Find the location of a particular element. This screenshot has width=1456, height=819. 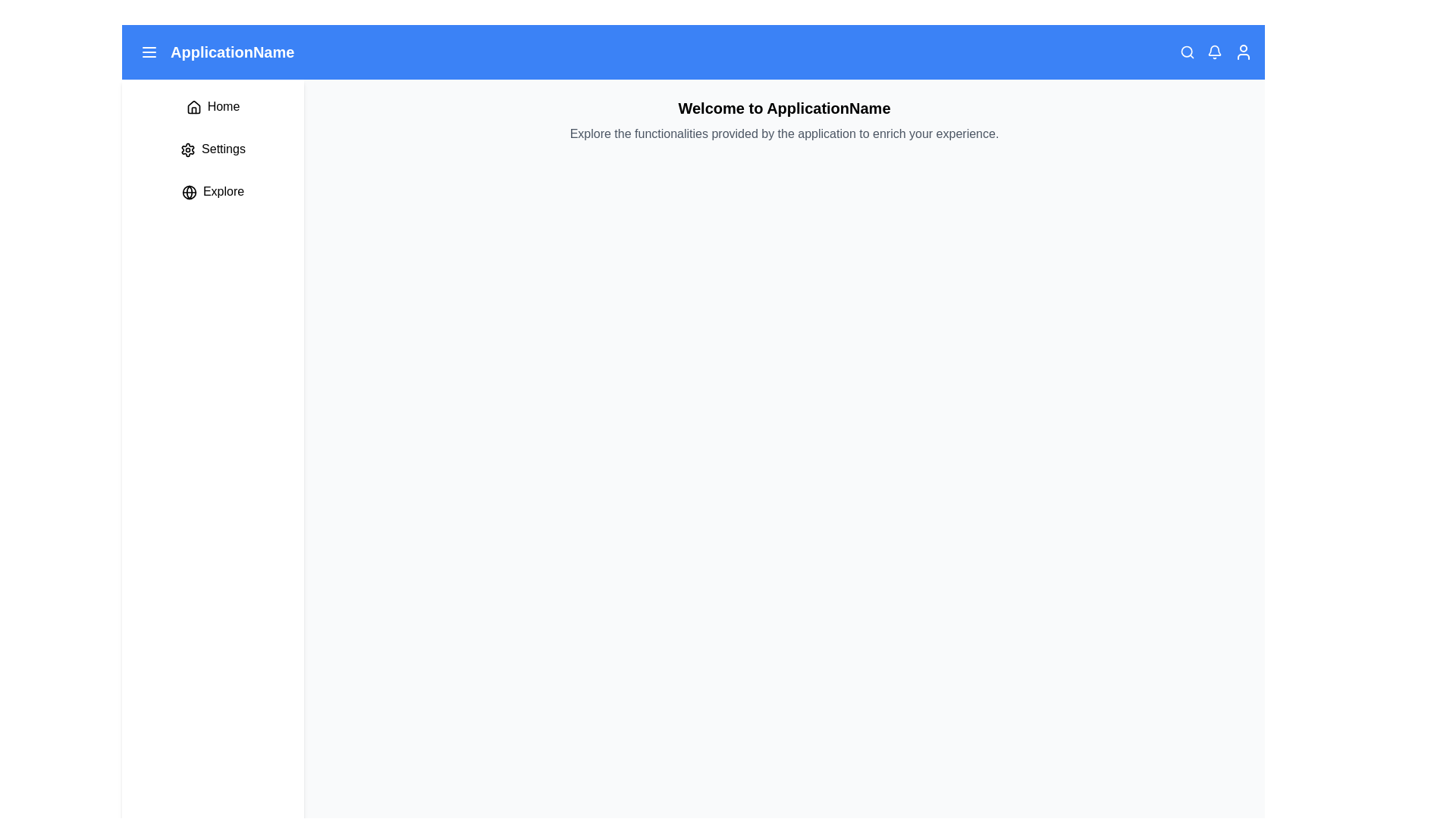

the circular globe icon with a minimalist black outline located in the 'Explore' navigation menu for navigation assistance is located at coordinates (188, 191).